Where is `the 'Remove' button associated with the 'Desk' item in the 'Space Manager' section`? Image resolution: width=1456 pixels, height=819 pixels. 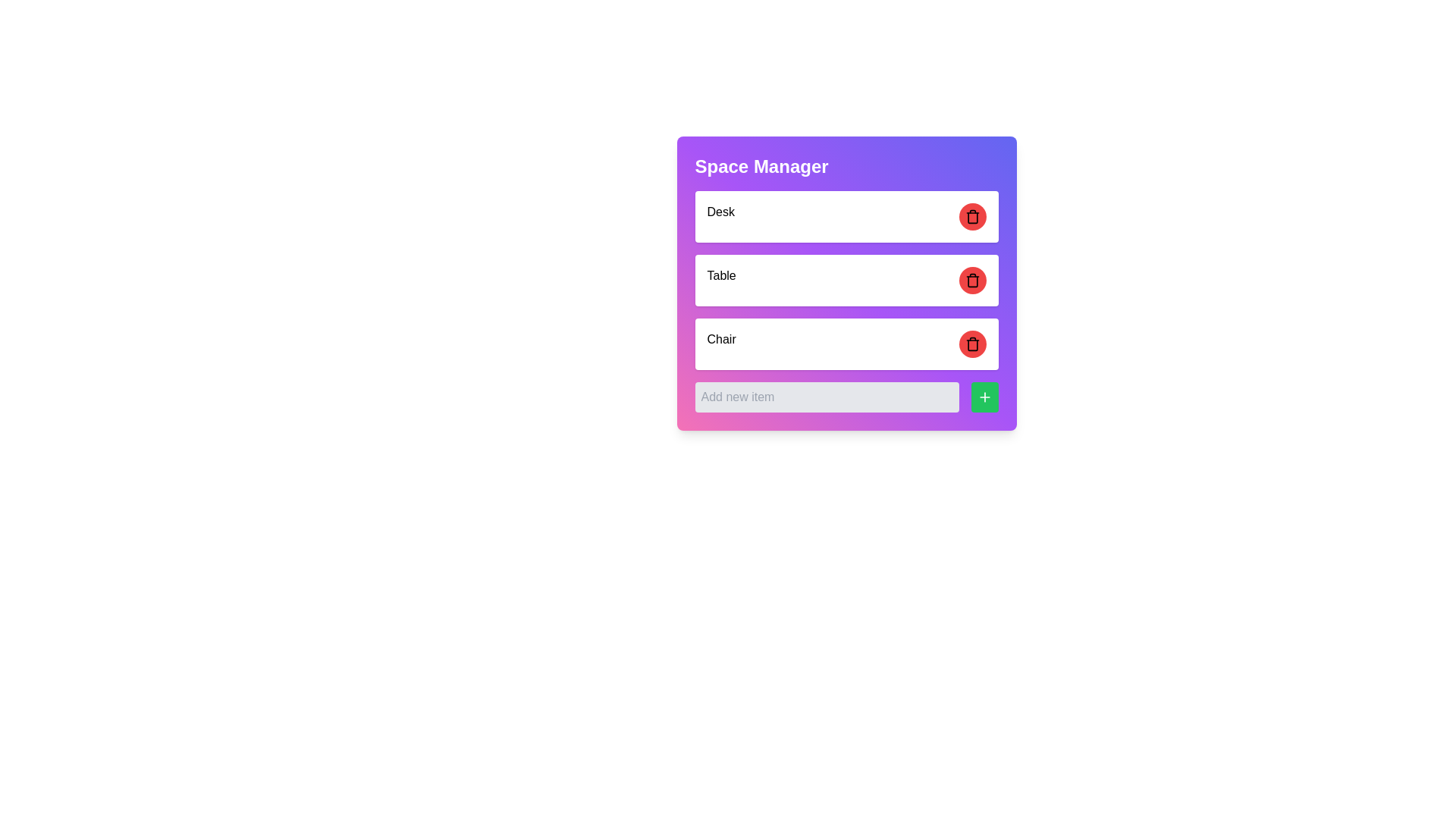 the 'Remove' button associated with the 'Desk' item in the 'Space Manager' section is located at coordinates (972, 216).